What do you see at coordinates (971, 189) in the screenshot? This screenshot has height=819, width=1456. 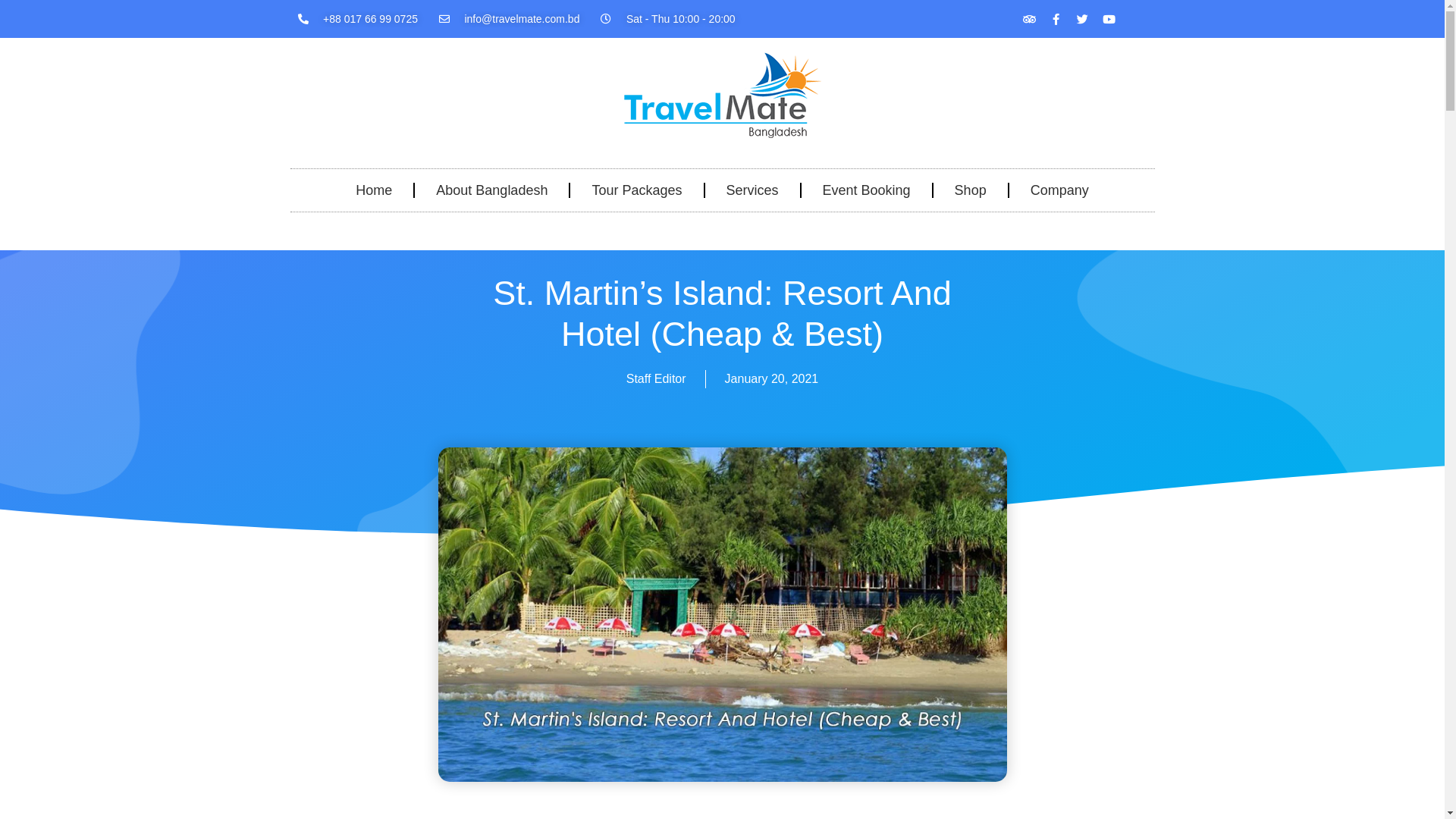 I see `'Shop'` at bounding box center [971, 189].